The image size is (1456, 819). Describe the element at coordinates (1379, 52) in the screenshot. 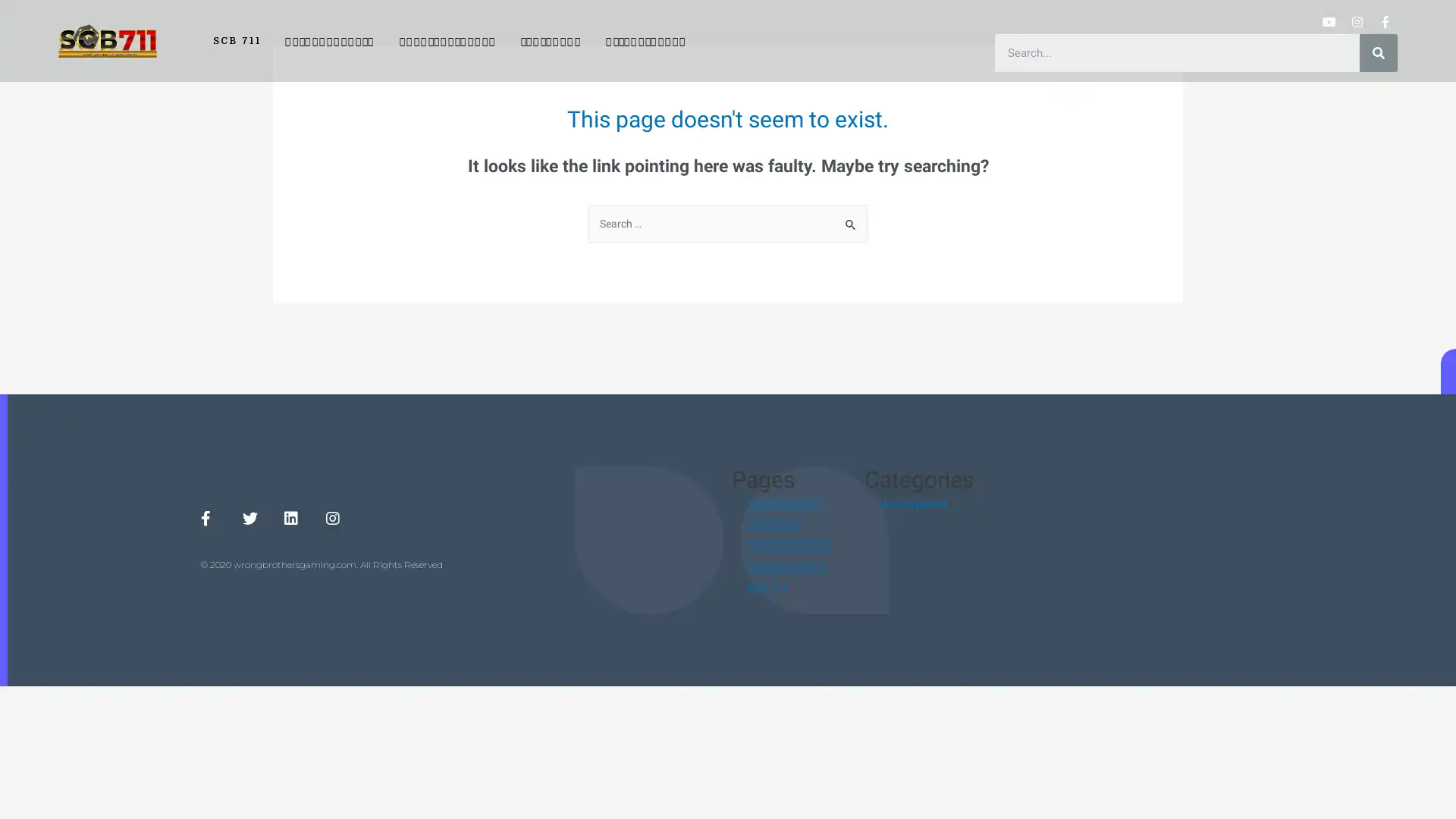

I see `Search` at that location.